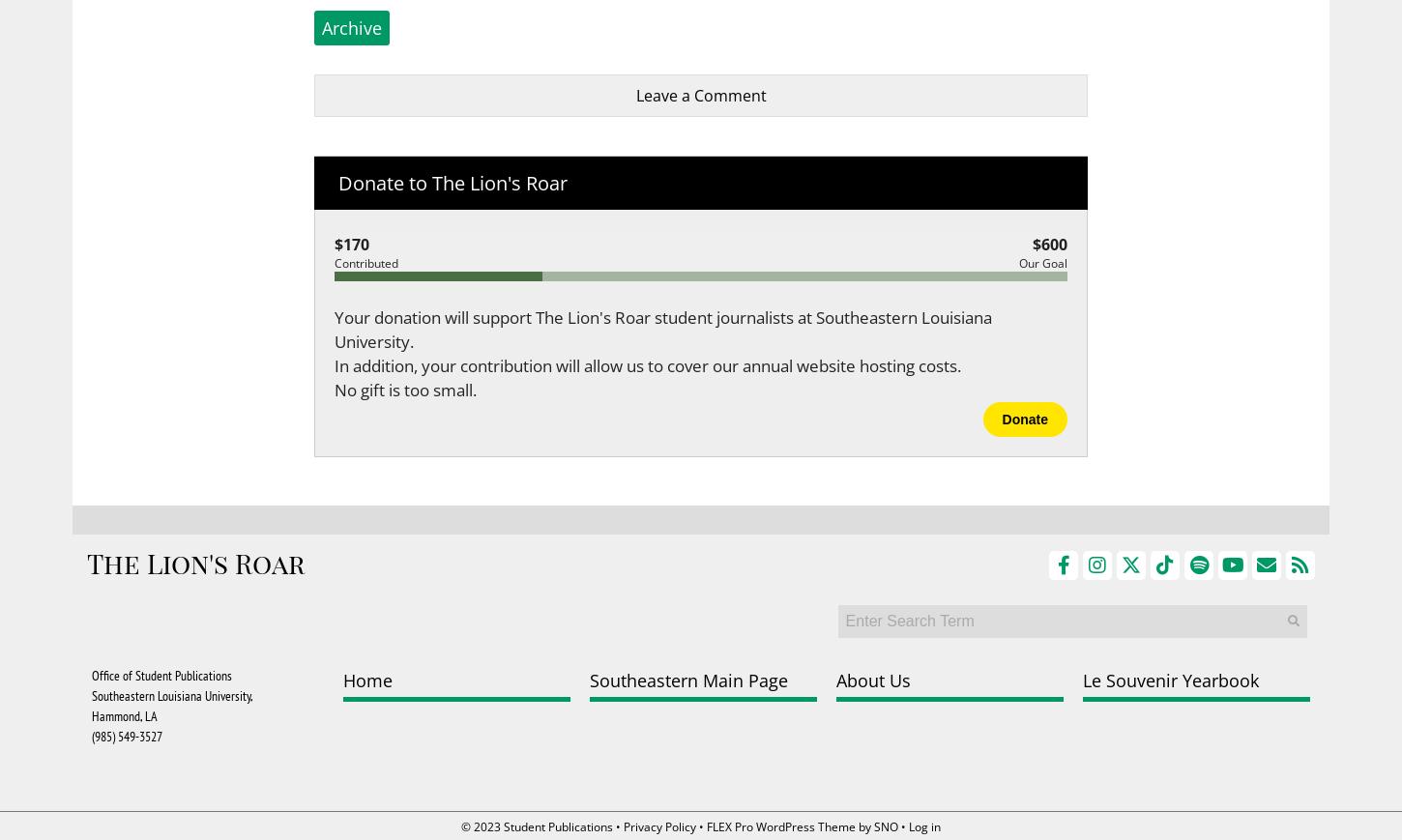  What do you see at coordinates (350, 25) in the screenshot?
I see `'Archive'` at bounding box center [350, 25].